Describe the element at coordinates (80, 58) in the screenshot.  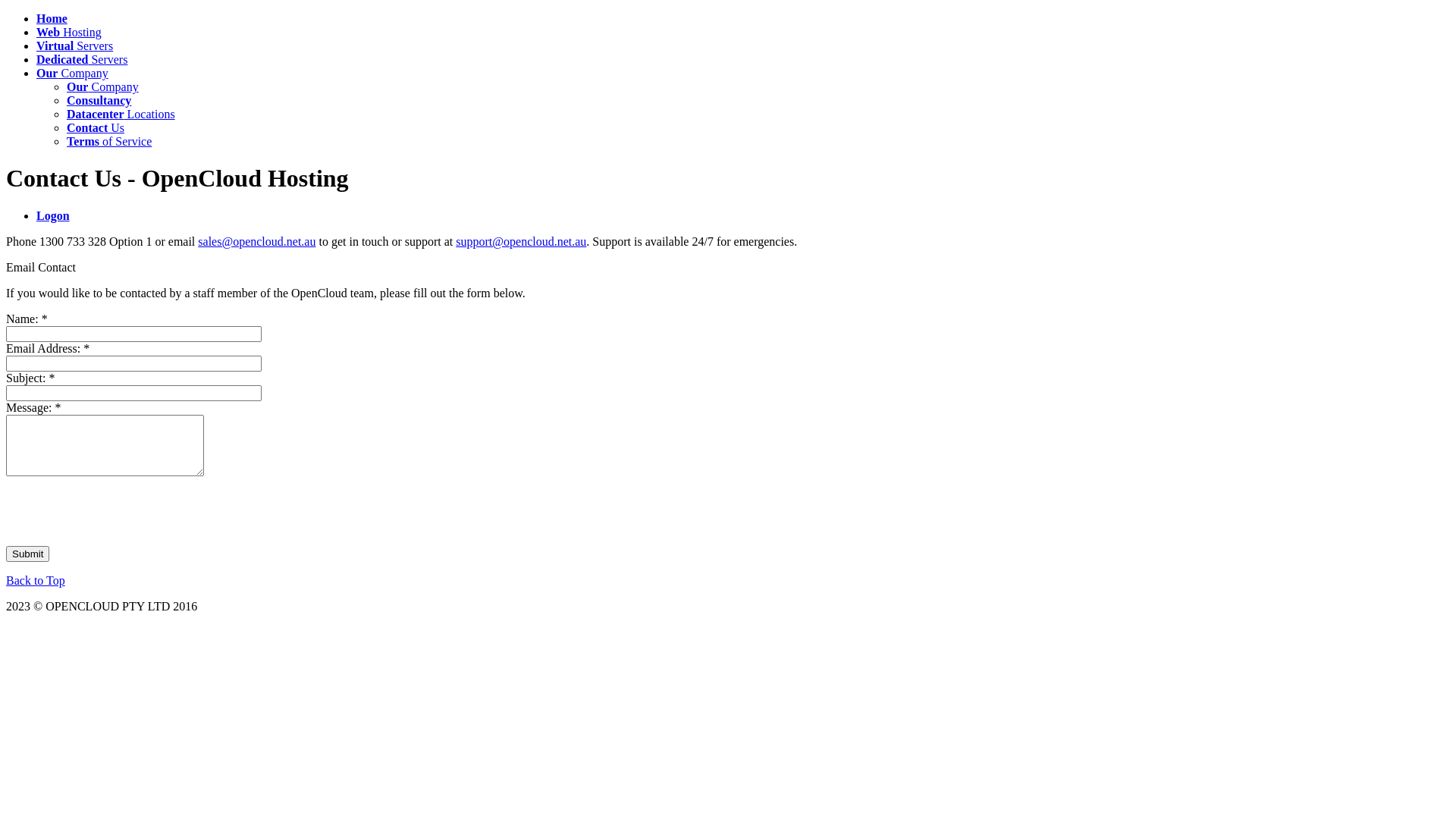
I see `'Dedicated Servers'` at that location.